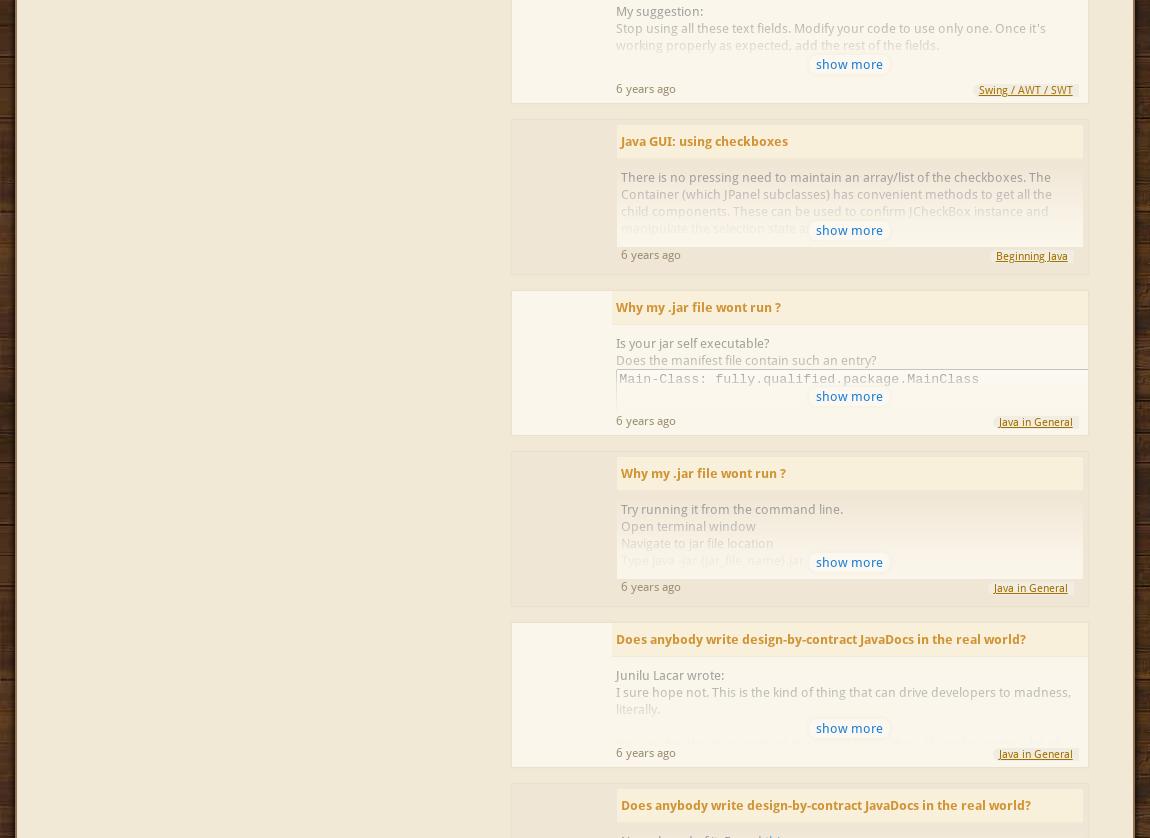 Image resolution: width=1150 pixels, height=838 pixels. Describe the element at coordinates (815, 554) in the screenshot. I see `'http://docs.oracle.com/javase/tutorial/deployment/jar/appman.html'` at that location.